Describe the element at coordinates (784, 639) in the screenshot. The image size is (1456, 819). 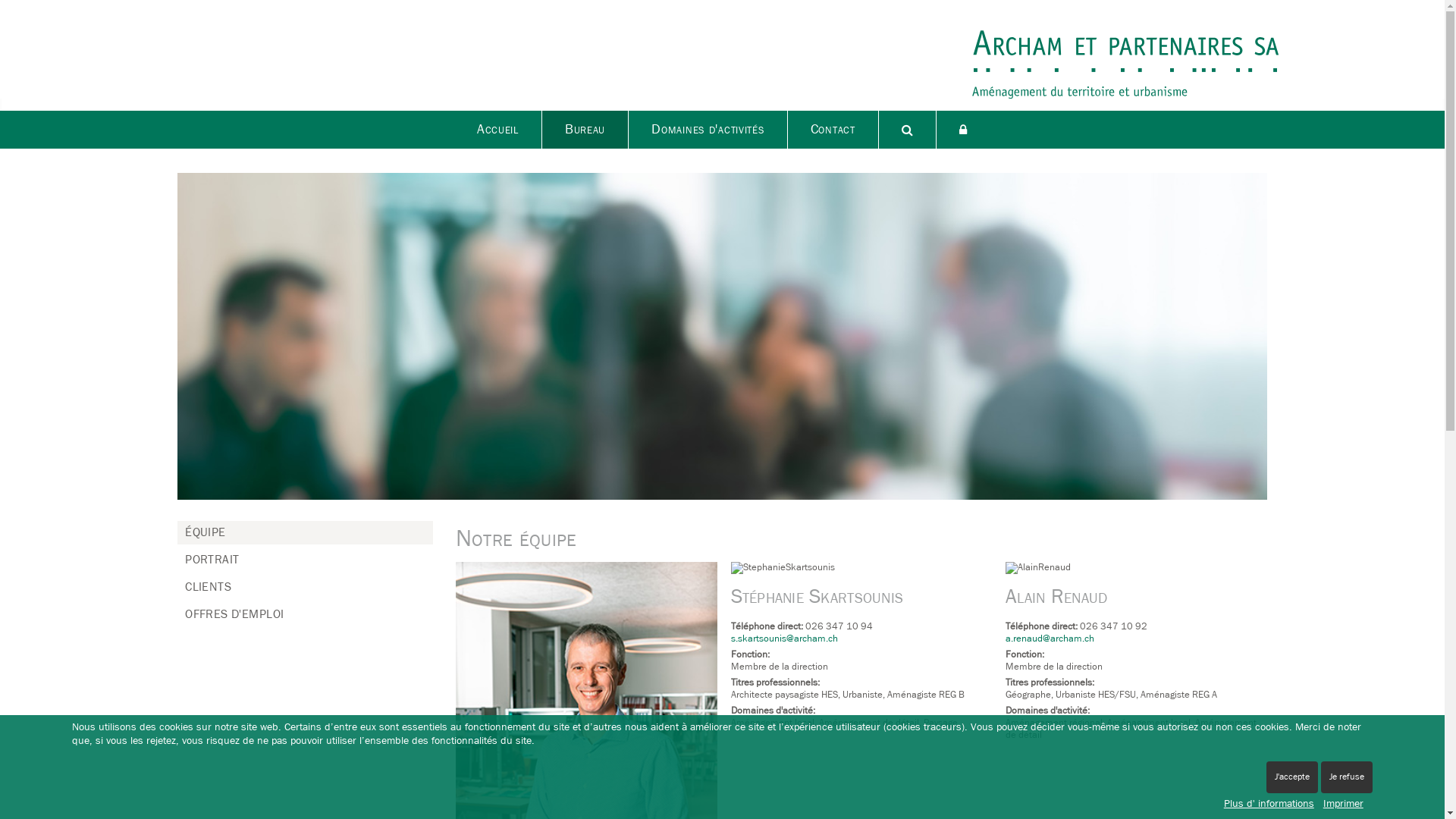
I see `'s.skartsounis@archam.ch'` at that location.